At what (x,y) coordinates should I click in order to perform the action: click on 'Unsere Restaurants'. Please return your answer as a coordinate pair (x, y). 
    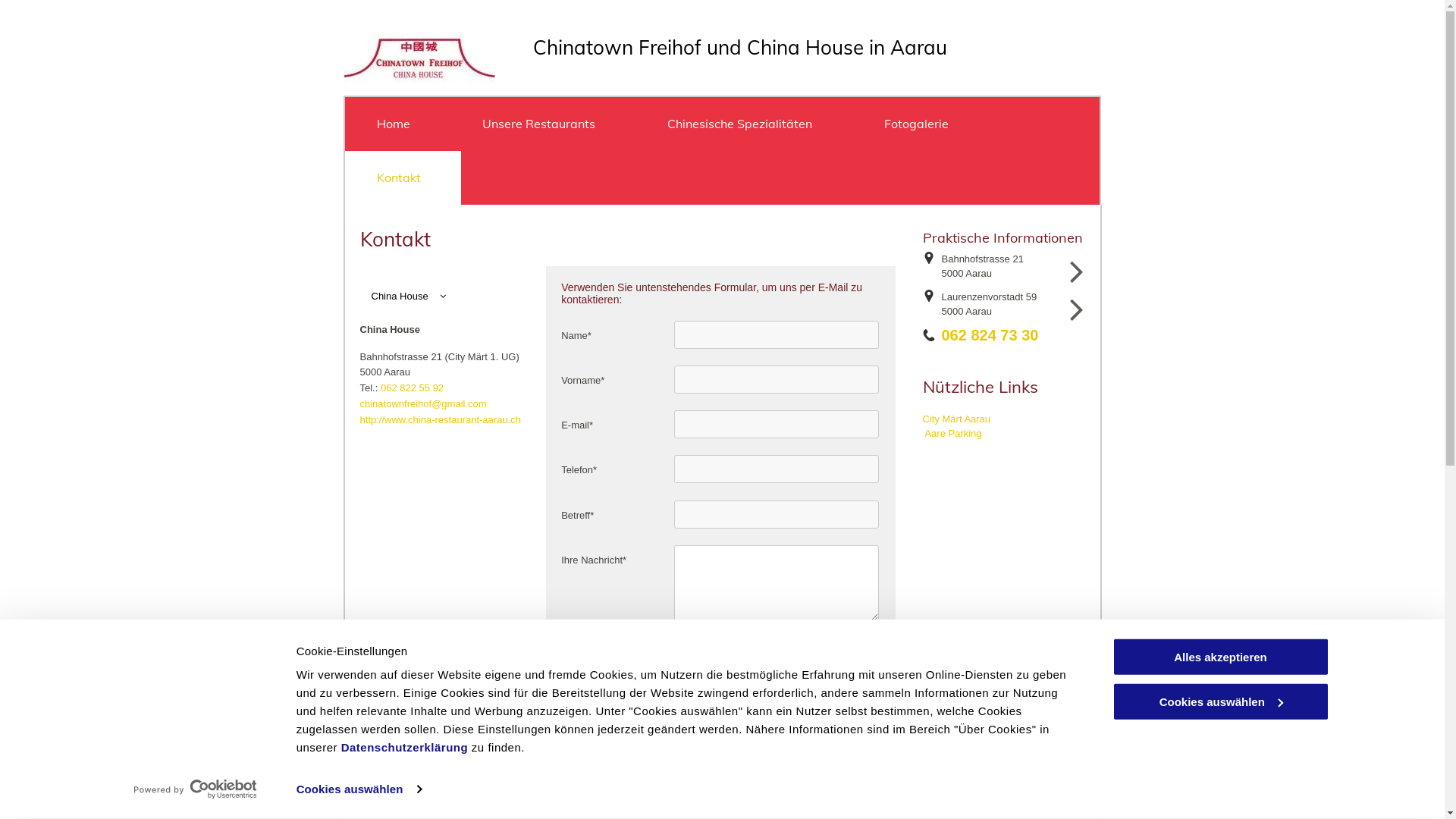
    Looking at the image, I should click on (542, 123).